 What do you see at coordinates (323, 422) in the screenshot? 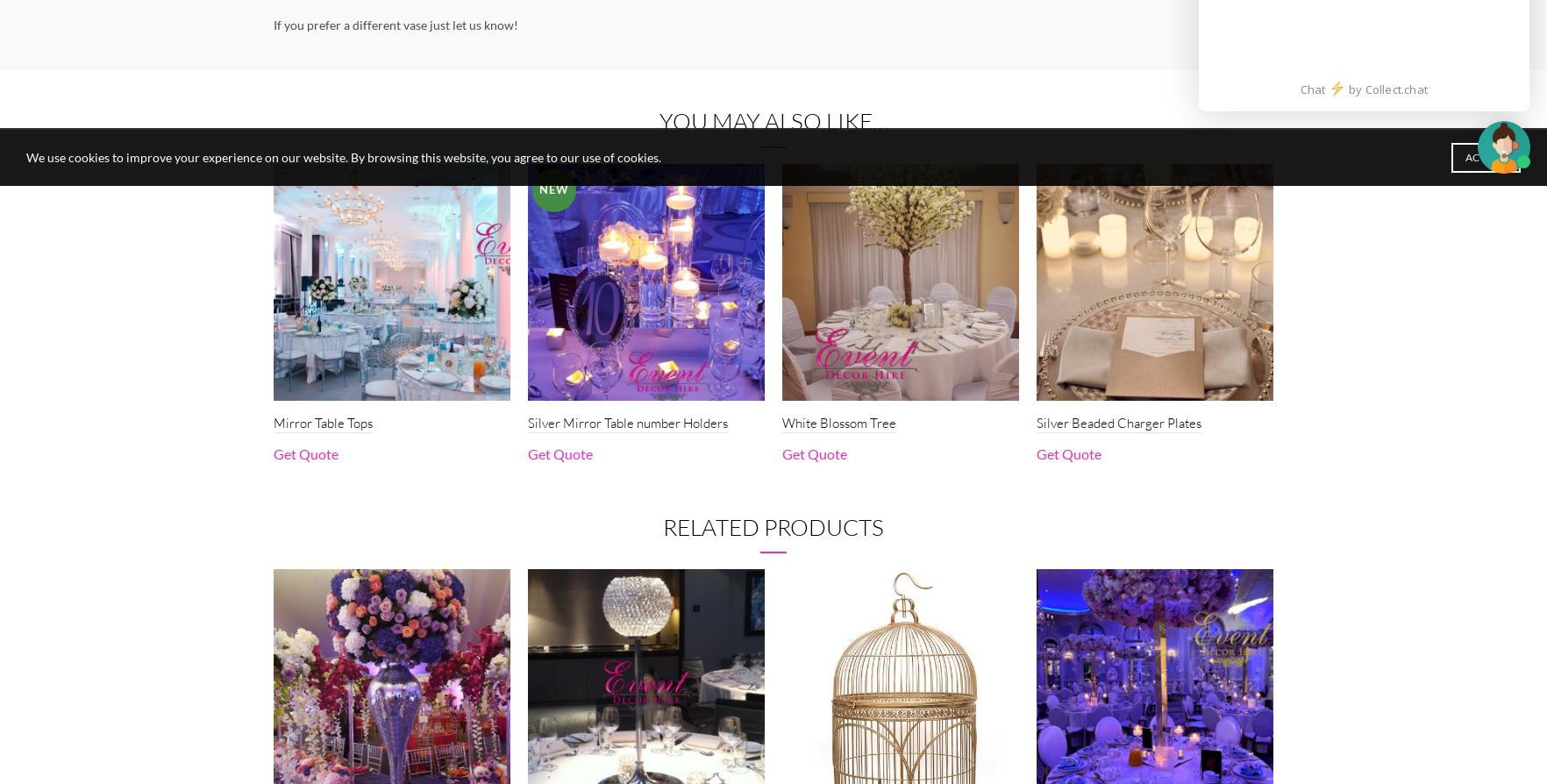
I see `'Mirror Table Tops'` at bounding box center [323, 422].